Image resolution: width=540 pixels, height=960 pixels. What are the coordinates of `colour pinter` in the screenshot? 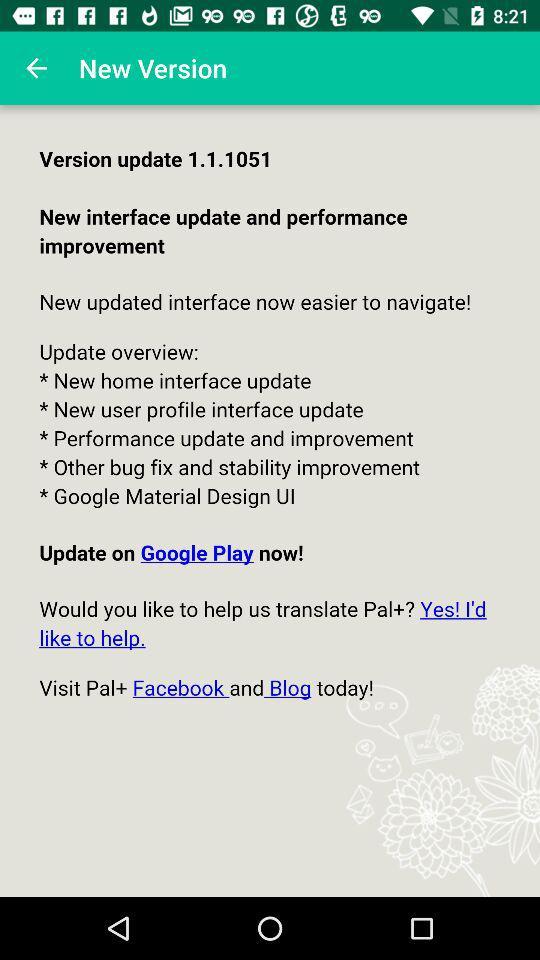 It's located at (270, 500).